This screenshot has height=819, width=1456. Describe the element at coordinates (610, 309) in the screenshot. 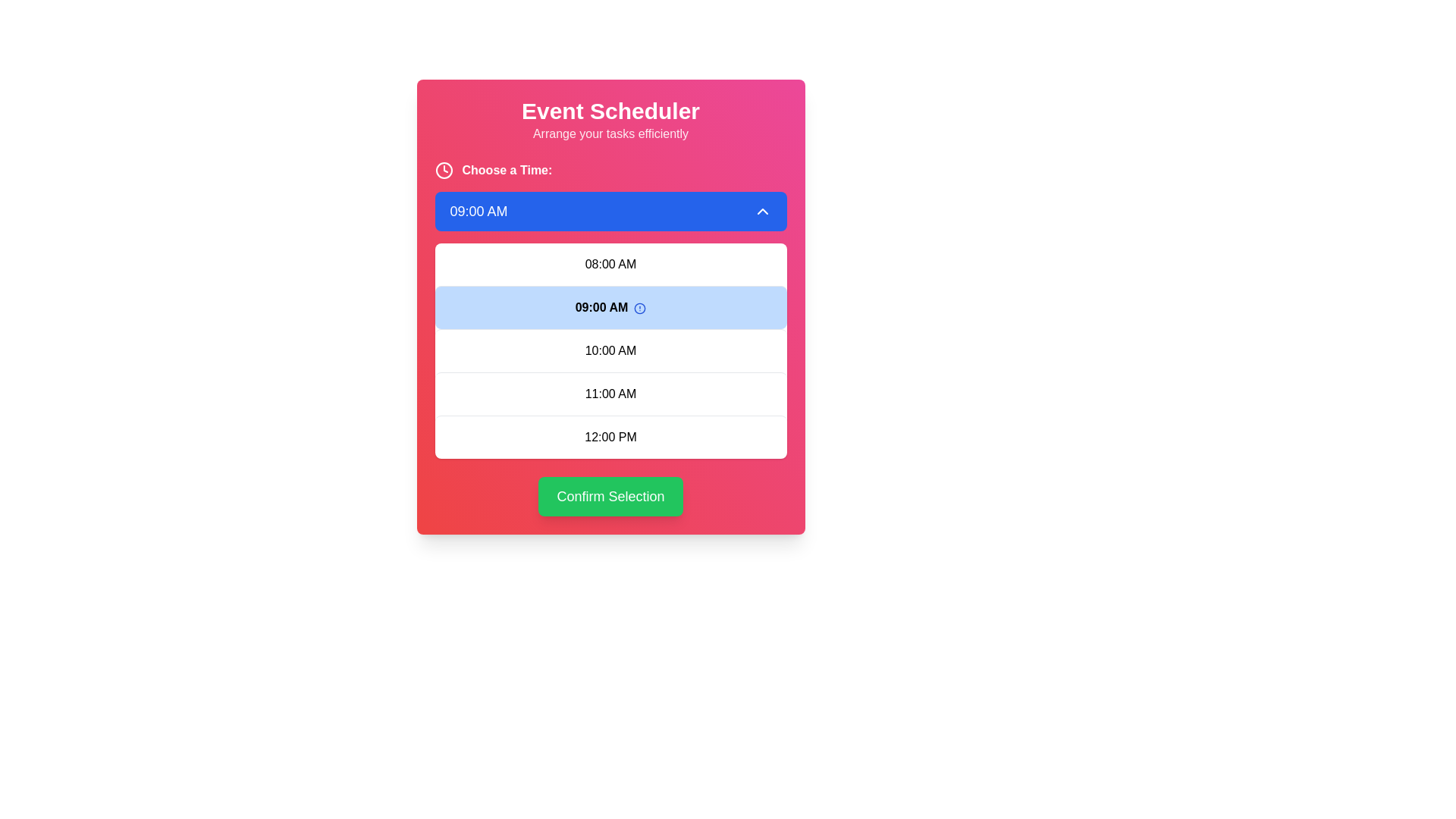

I see `the selectable option '09:00 AM' in the dropdown menu, which is the second option listed below '08:00 AM' and above '10:00 AM'` at that location.